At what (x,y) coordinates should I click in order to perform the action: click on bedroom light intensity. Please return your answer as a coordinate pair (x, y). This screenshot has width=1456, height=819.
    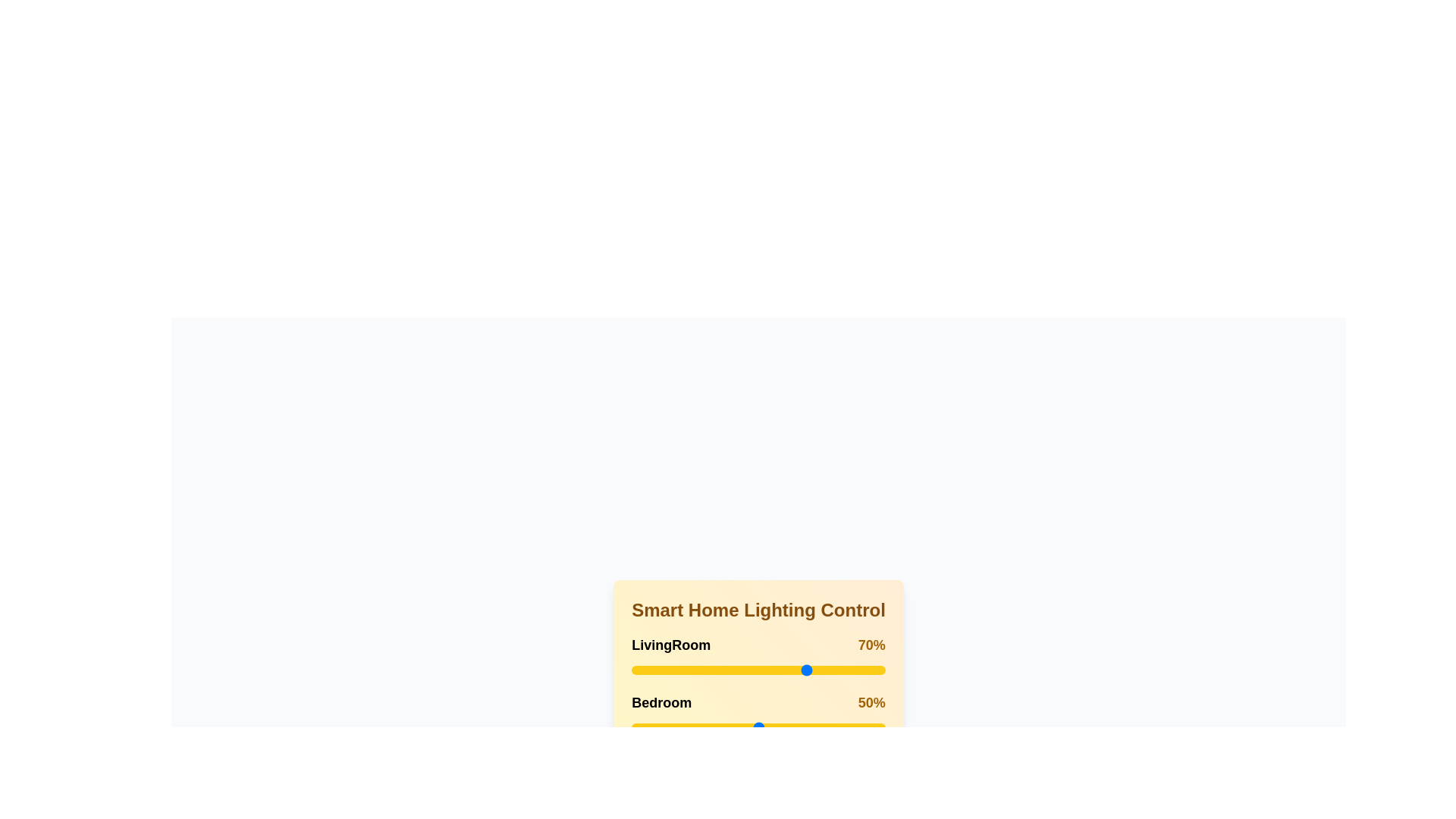
    Looking at the image, I should click on (808, 727).